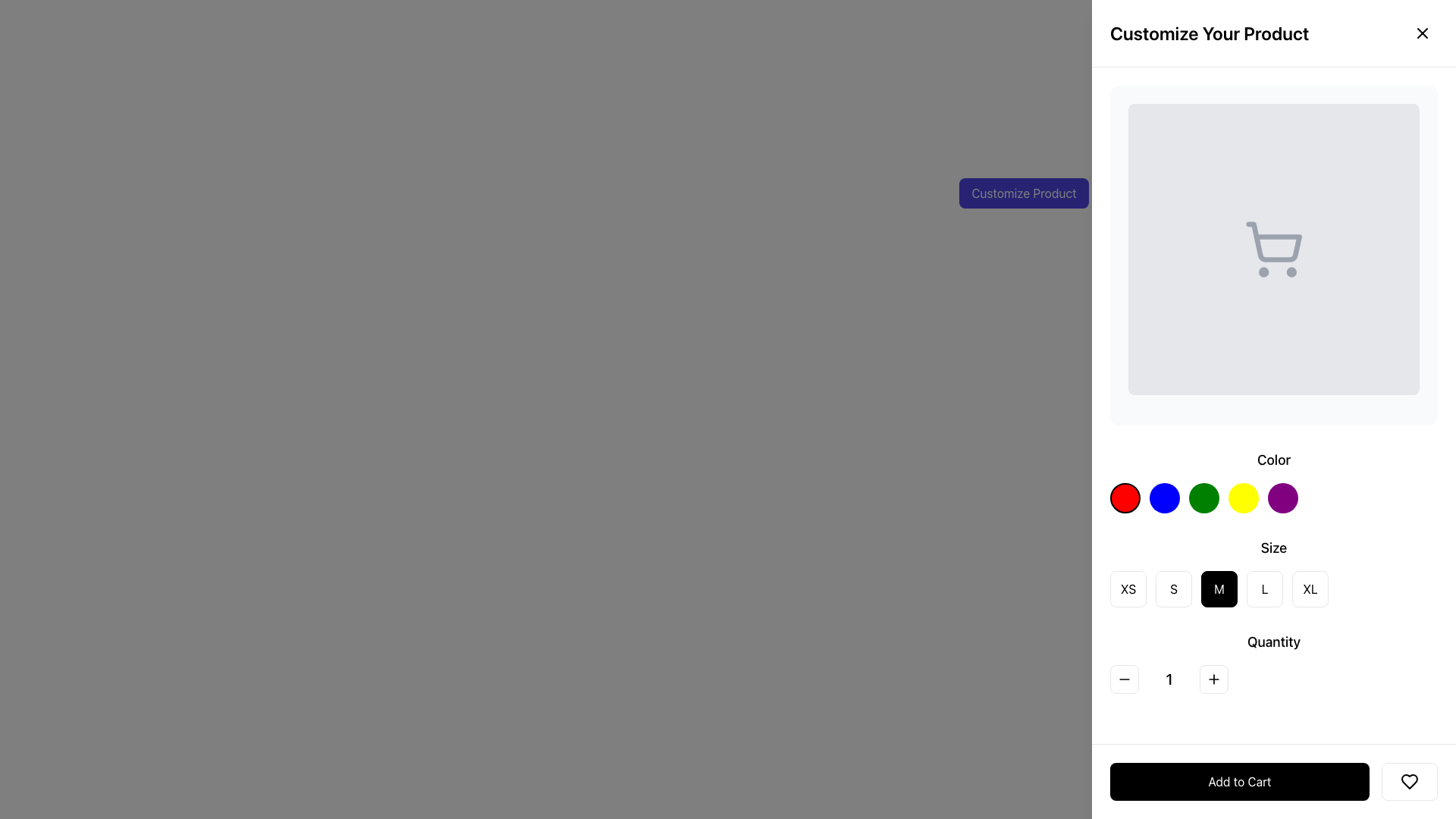 The width and height of the screenshot is (1456, 819). What do you see at coordinates (1024, 192) in the screenshot?
I see `the 'Customize Product' button, which is a rectangular button with rounded corners, indigo background, and white text, located at the center top of the interface` at bounding box center [1024, 192].